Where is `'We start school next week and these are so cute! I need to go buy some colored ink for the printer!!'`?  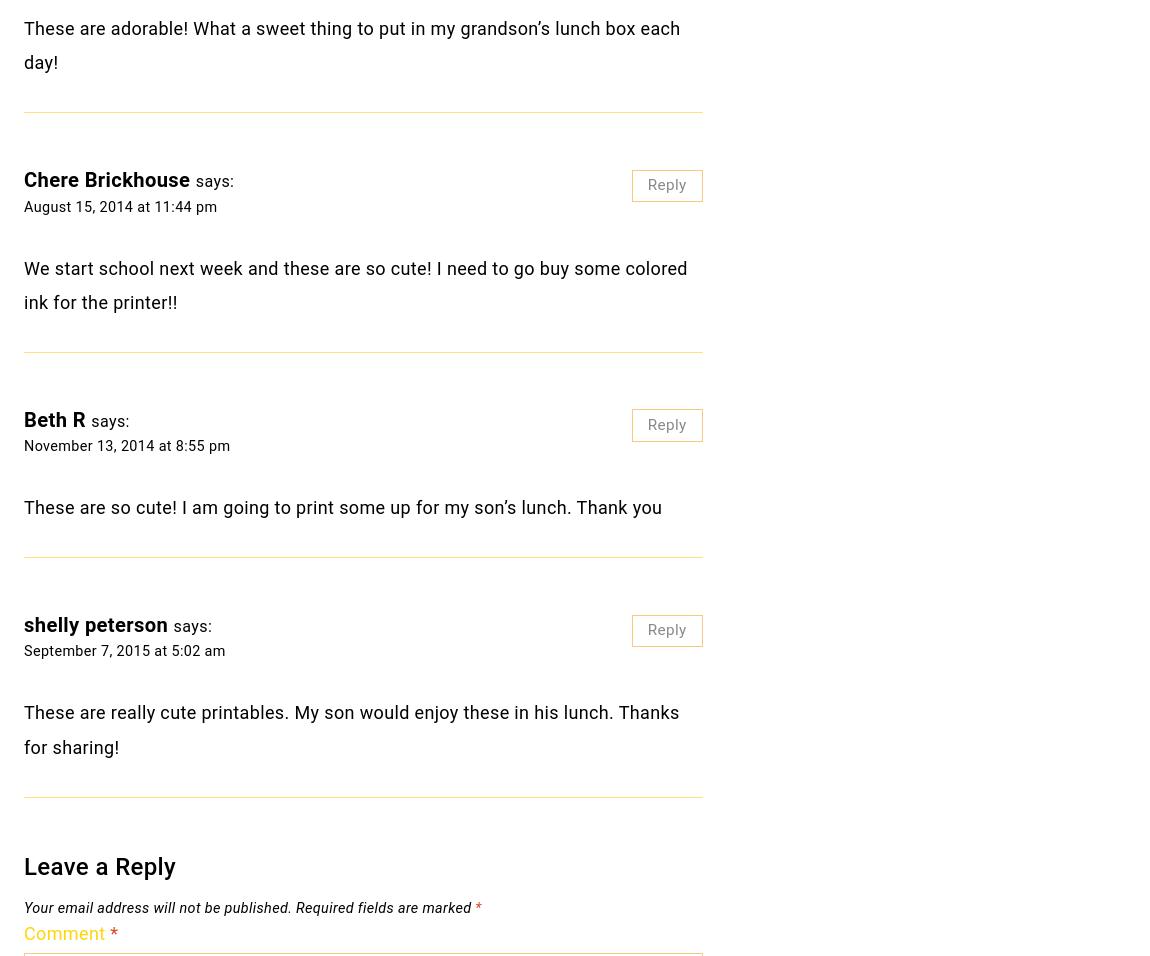
'We start school next week and these are so cute! I need to go buy some colored ink for the printer!!' is located at coordinates (355, 283).